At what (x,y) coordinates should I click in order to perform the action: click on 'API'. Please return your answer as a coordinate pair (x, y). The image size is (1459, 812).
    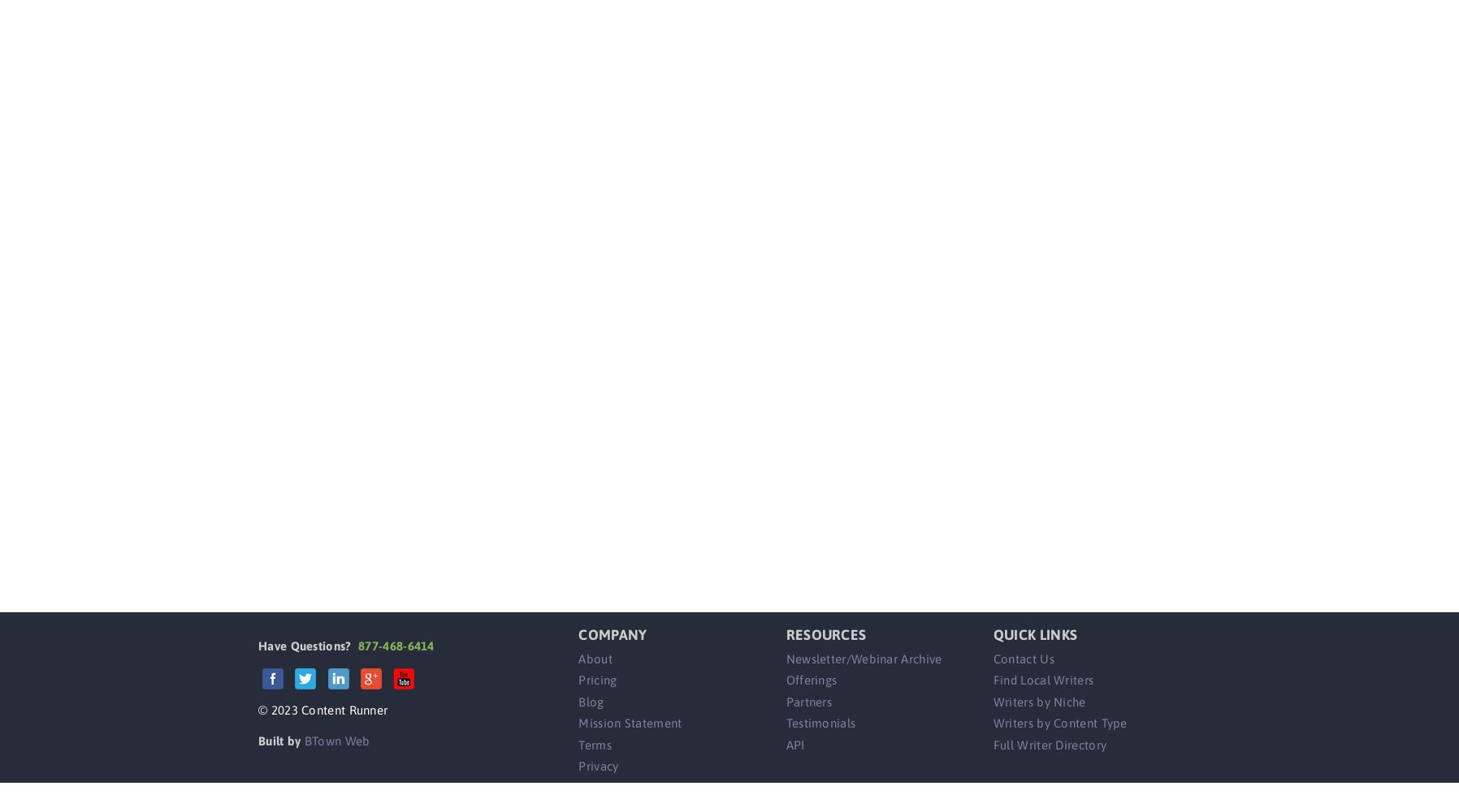
    Looking at the image, I should click on (794, 744).